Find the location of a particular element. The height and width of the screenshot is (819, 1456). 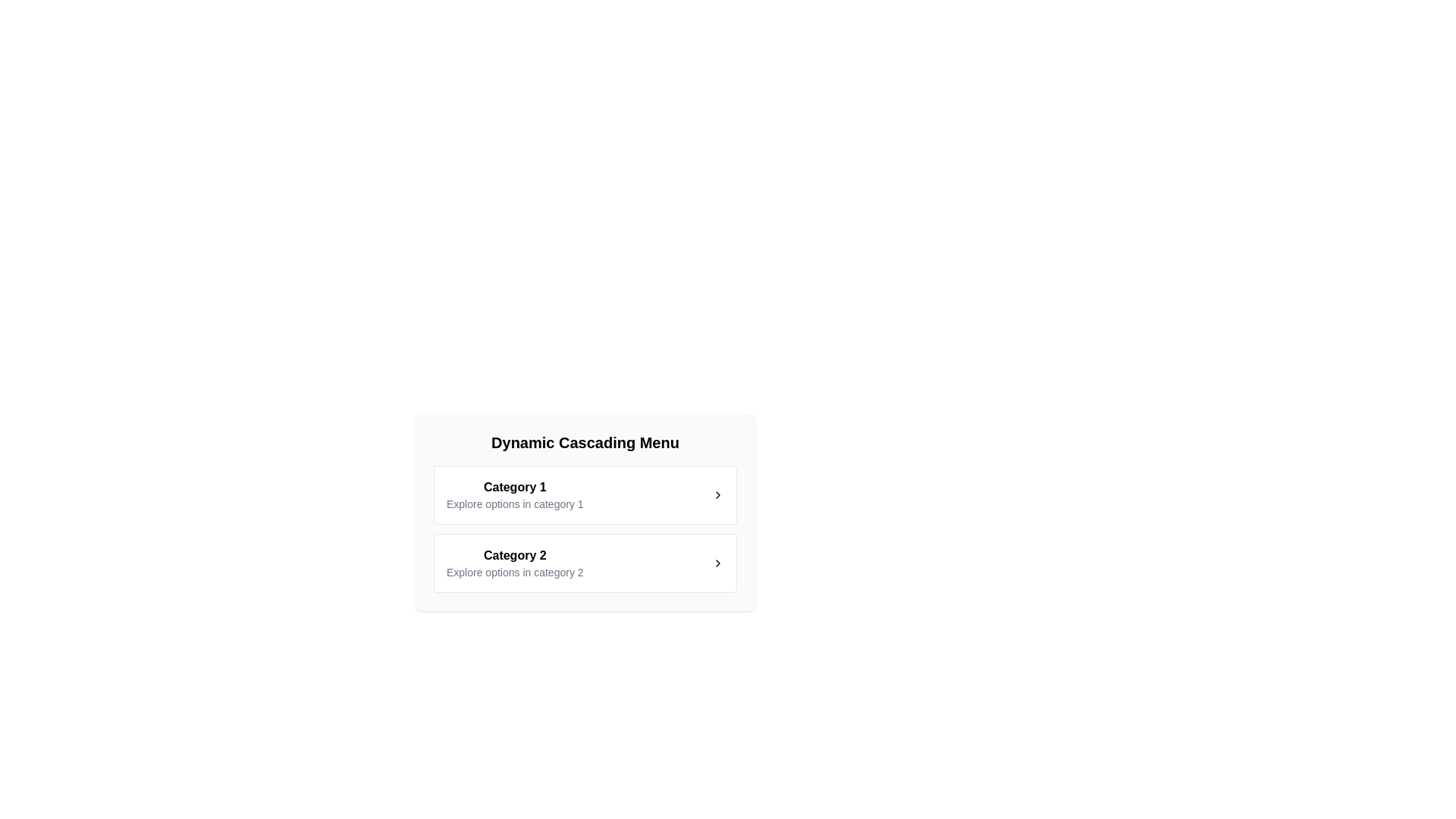

displayed information from the Text block with title and description that serves as a menu option for Category 2, located in the second row of the interactive cascading menu beneath 'Category 1' is located at coordinates (515, 563).